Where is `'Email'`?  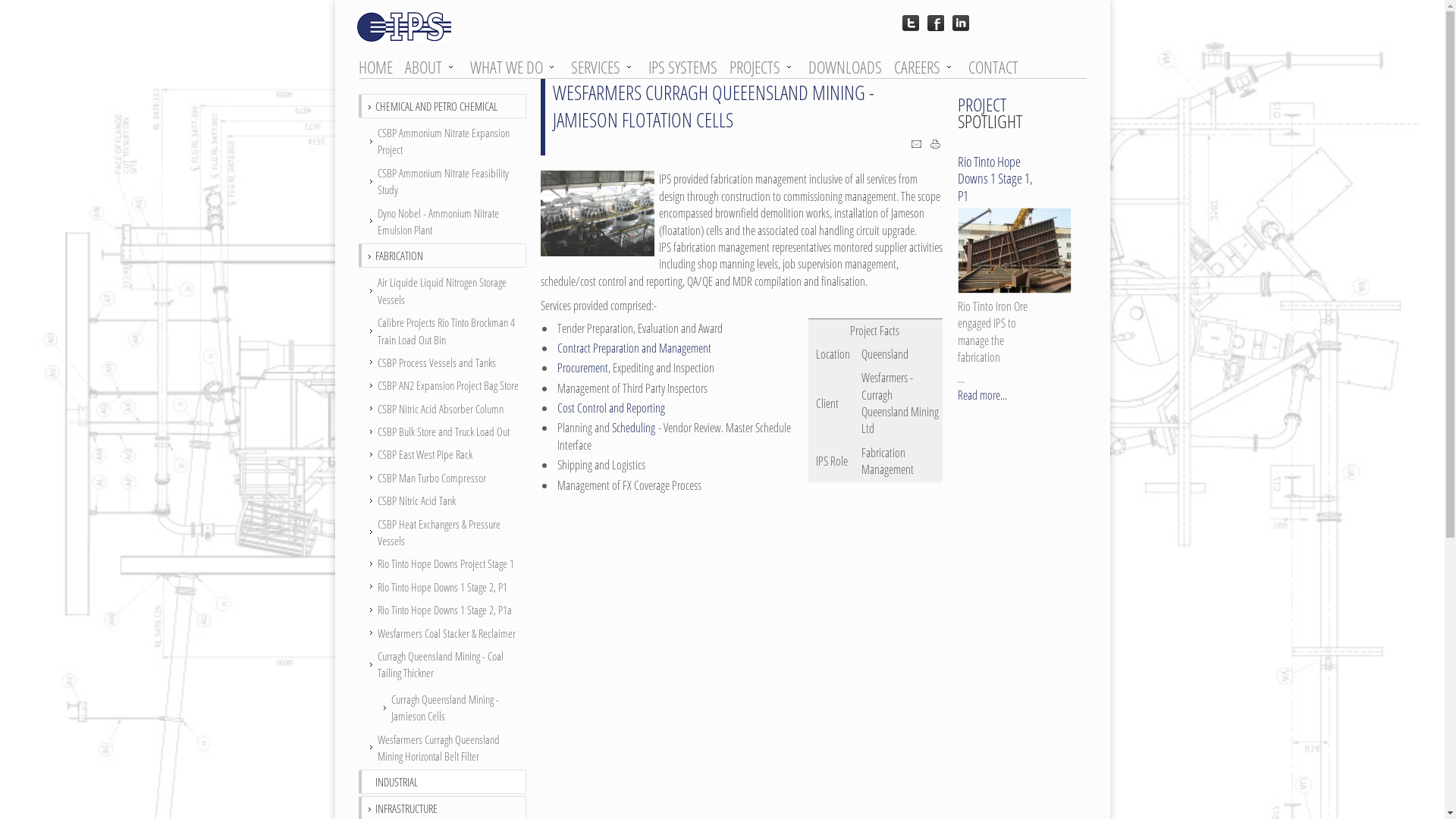 'Email' is located at coordinates (915, 146).